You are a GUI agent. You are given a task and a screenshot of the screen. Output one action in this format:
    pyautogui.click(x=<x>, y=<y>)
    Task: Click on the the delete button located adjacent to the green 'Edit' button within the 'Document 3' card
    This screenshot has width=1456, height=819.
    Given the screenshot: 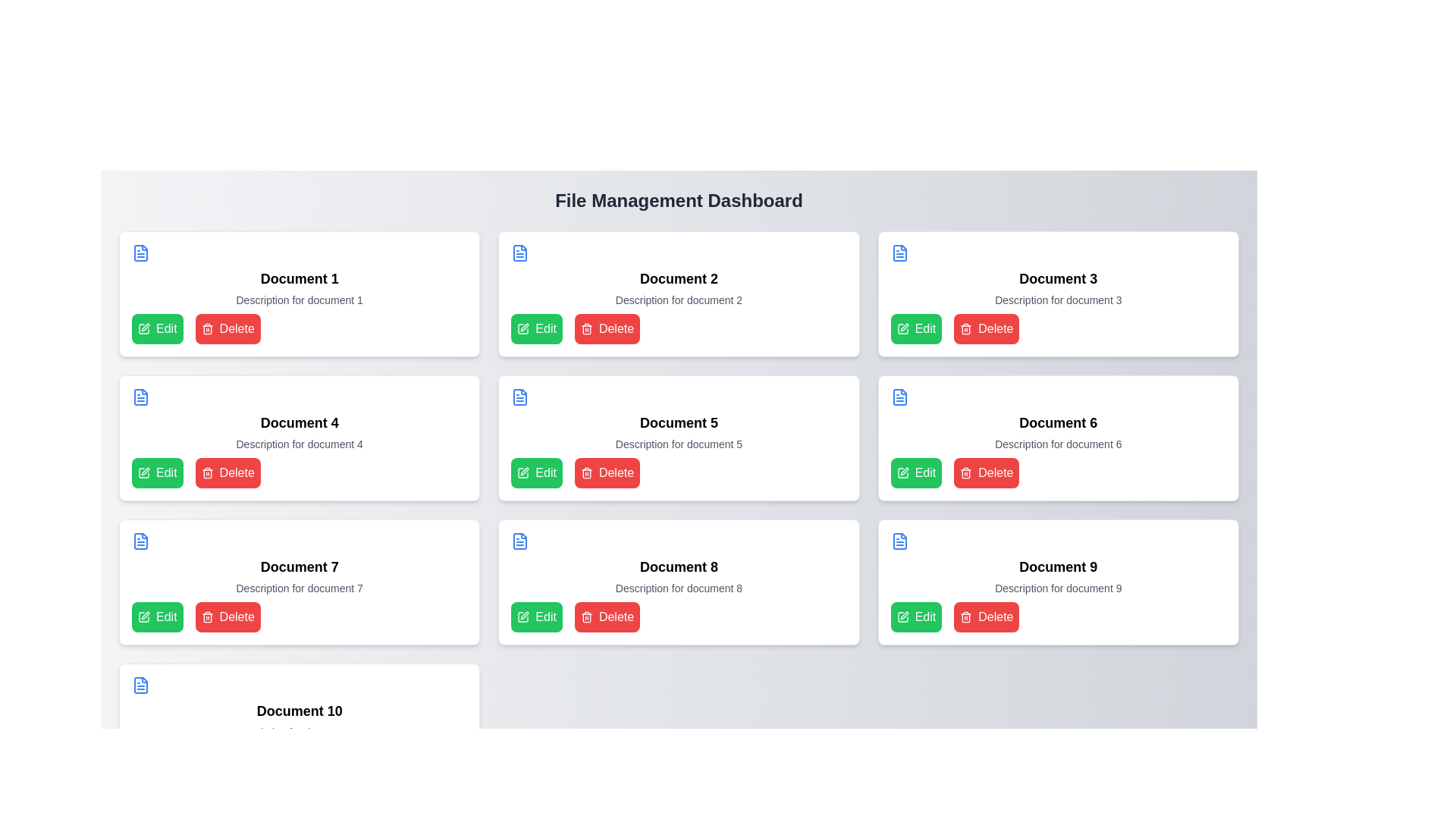 What is the action you would take?
    pyautogui.click(x=987, y=328)
    